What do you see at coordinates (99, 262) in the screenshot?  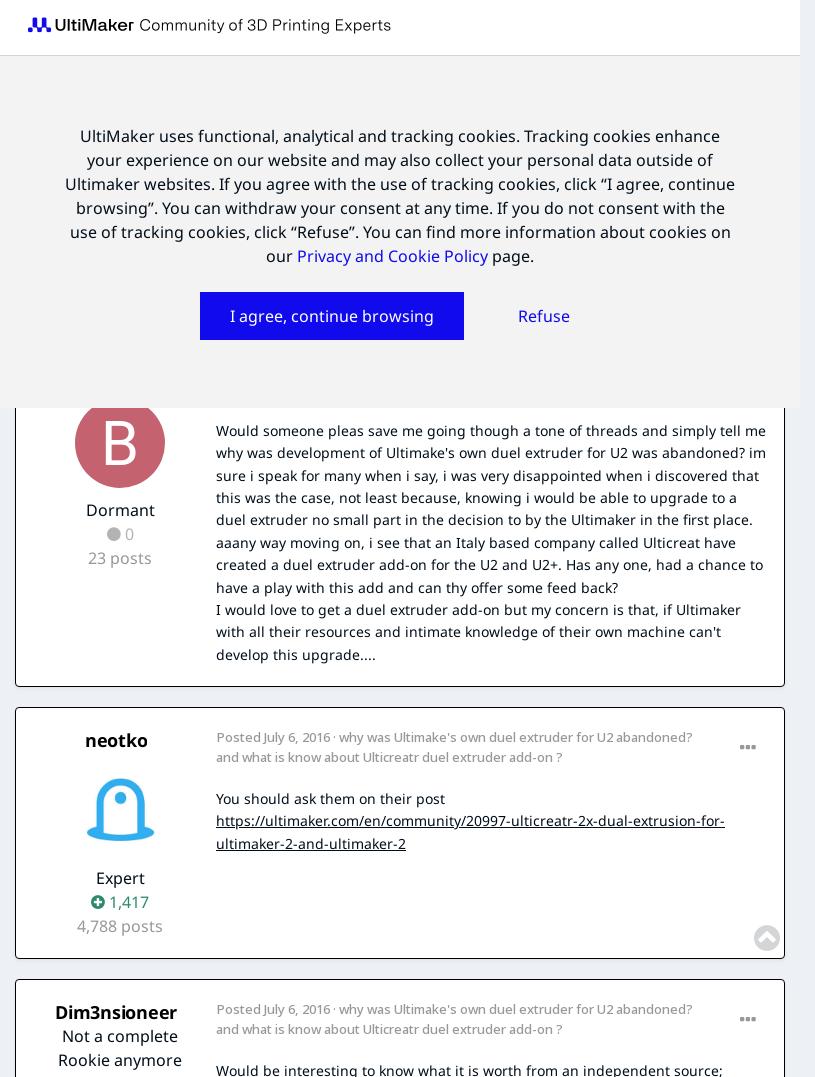 I see `'By'` at bounding box center [99, 262].